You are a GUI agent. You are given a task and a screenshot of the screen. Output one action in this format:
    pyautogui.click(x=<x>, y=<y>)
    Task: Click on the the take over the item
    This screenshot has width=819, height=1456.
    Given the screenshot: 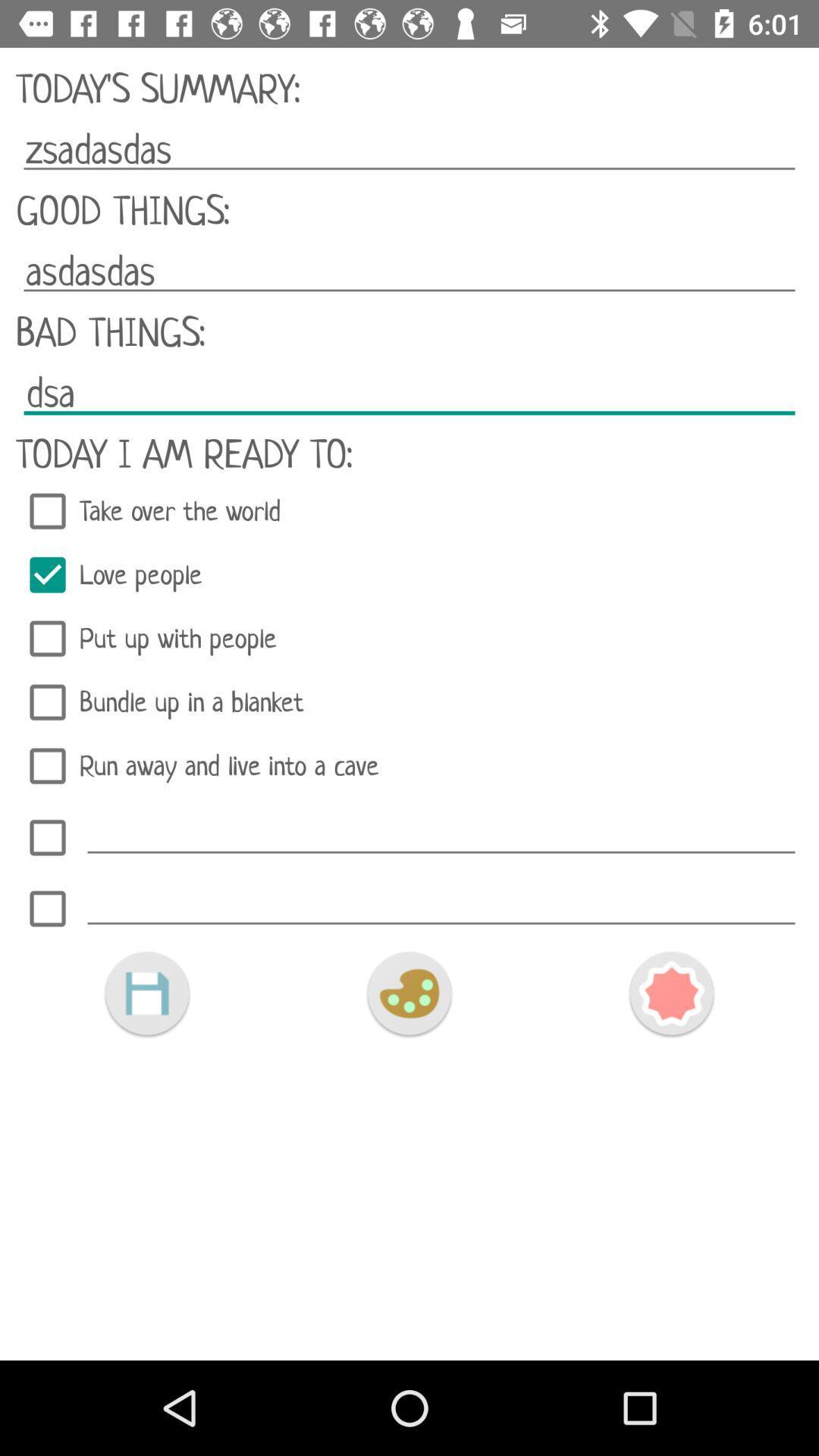 What is the action you would take?
    pyautogui.click(x=409, y=511)
    